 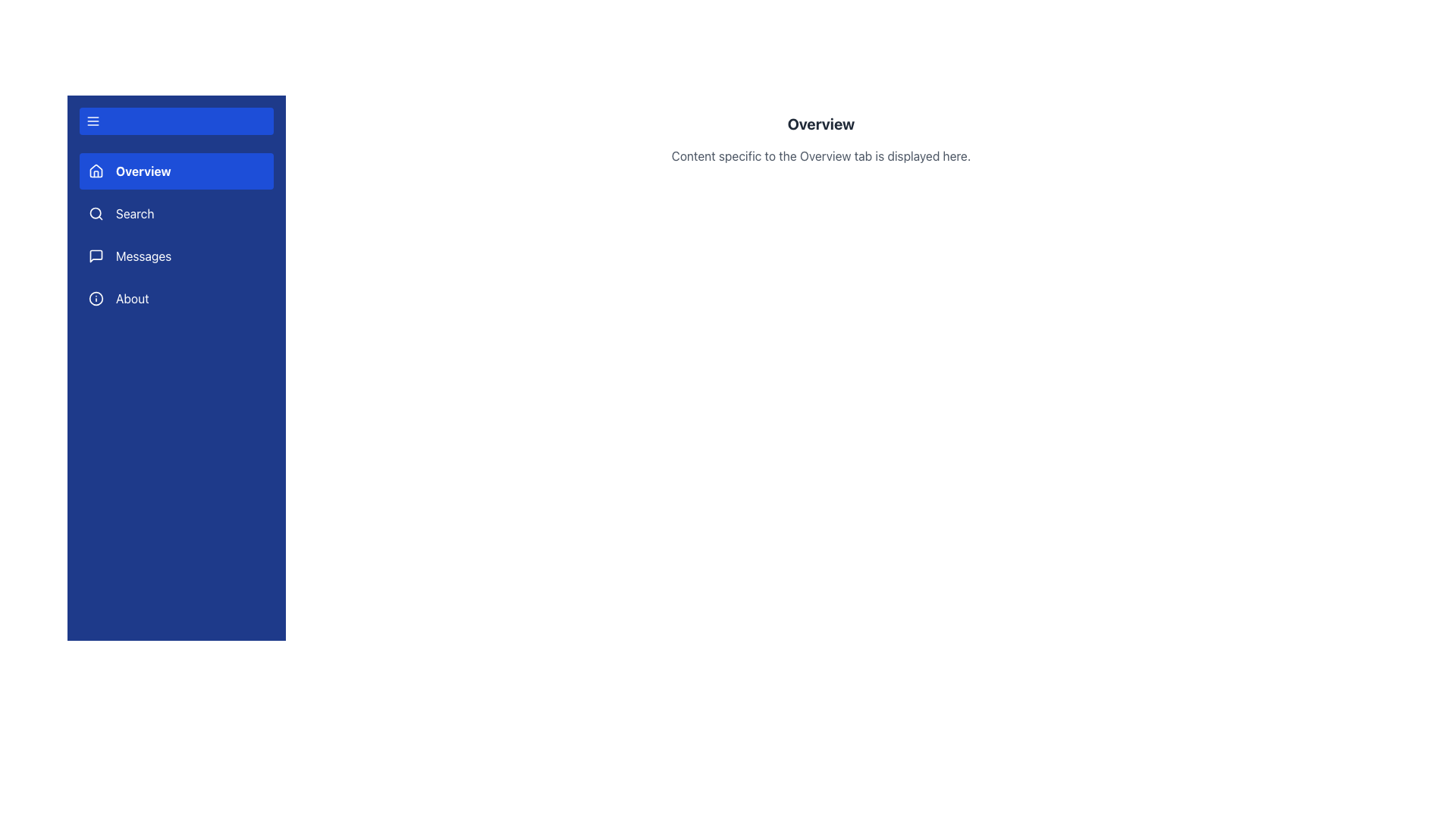 What do you see at coordinates (177, 213) in the screenshot?
I see `the 'Search' navigation menu item, which is the second item in the vertical navigation menu` at bounding box center [177, 213].